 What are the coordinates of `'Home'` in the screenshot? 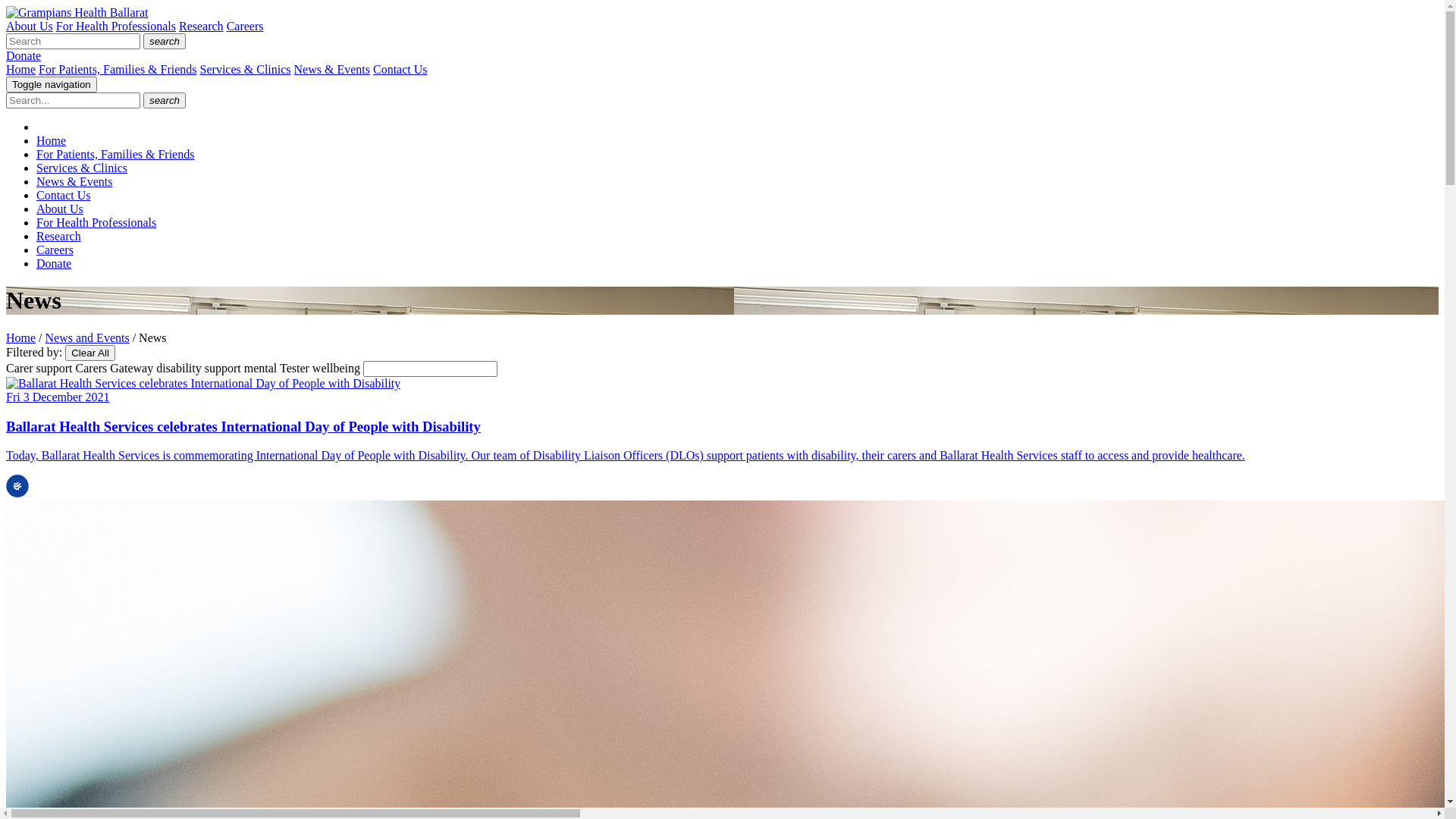 It's located at (20, 337).